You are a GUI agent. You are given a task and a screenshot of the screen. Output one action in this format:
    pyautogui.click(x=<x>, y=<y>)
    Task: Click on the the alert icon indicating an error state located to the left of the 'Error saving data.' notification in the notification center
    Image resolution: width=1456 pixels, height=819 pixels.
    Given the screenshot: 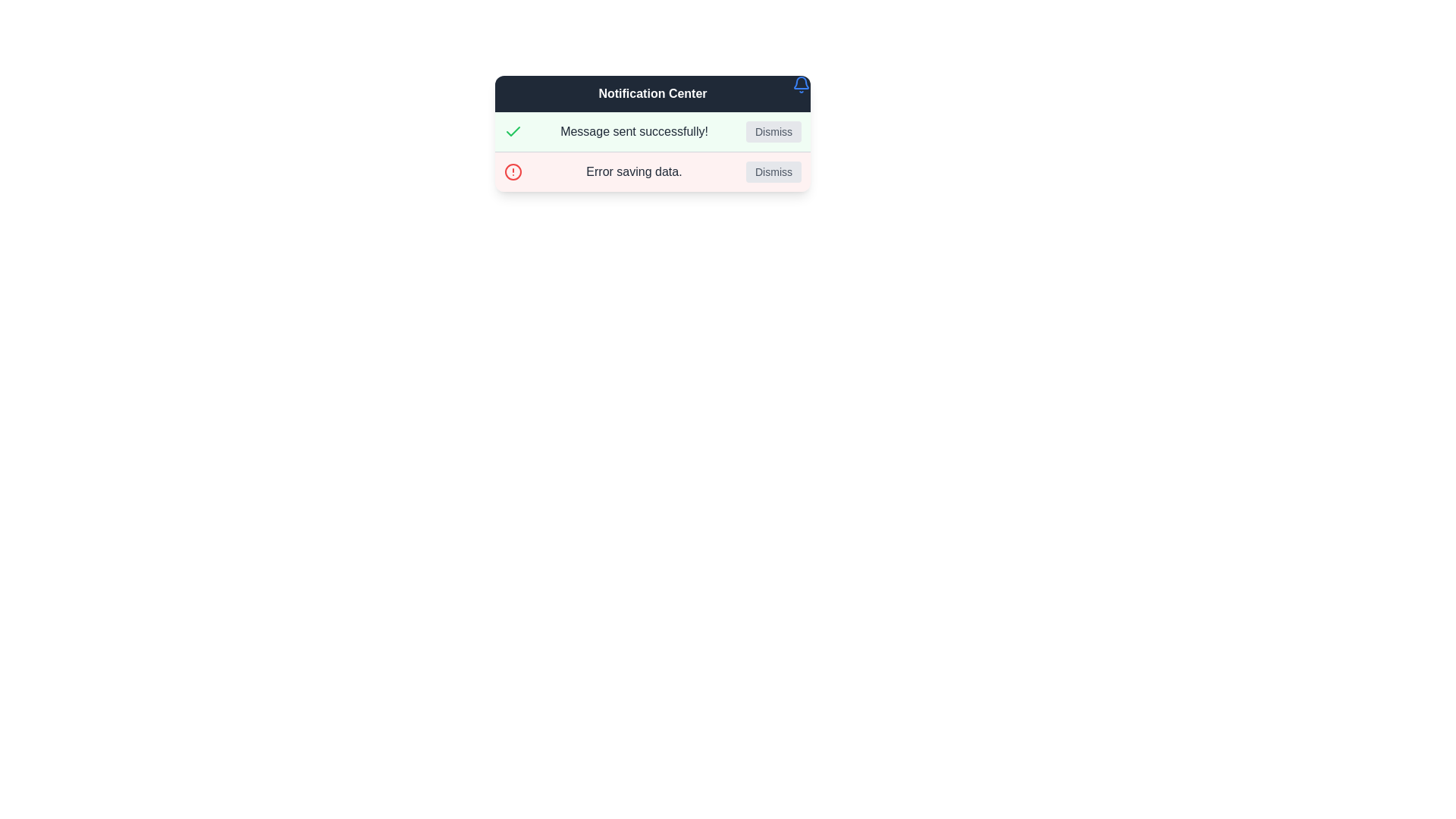 What is the action you would take?
    pyautogui.click(x=513, y=171)
    